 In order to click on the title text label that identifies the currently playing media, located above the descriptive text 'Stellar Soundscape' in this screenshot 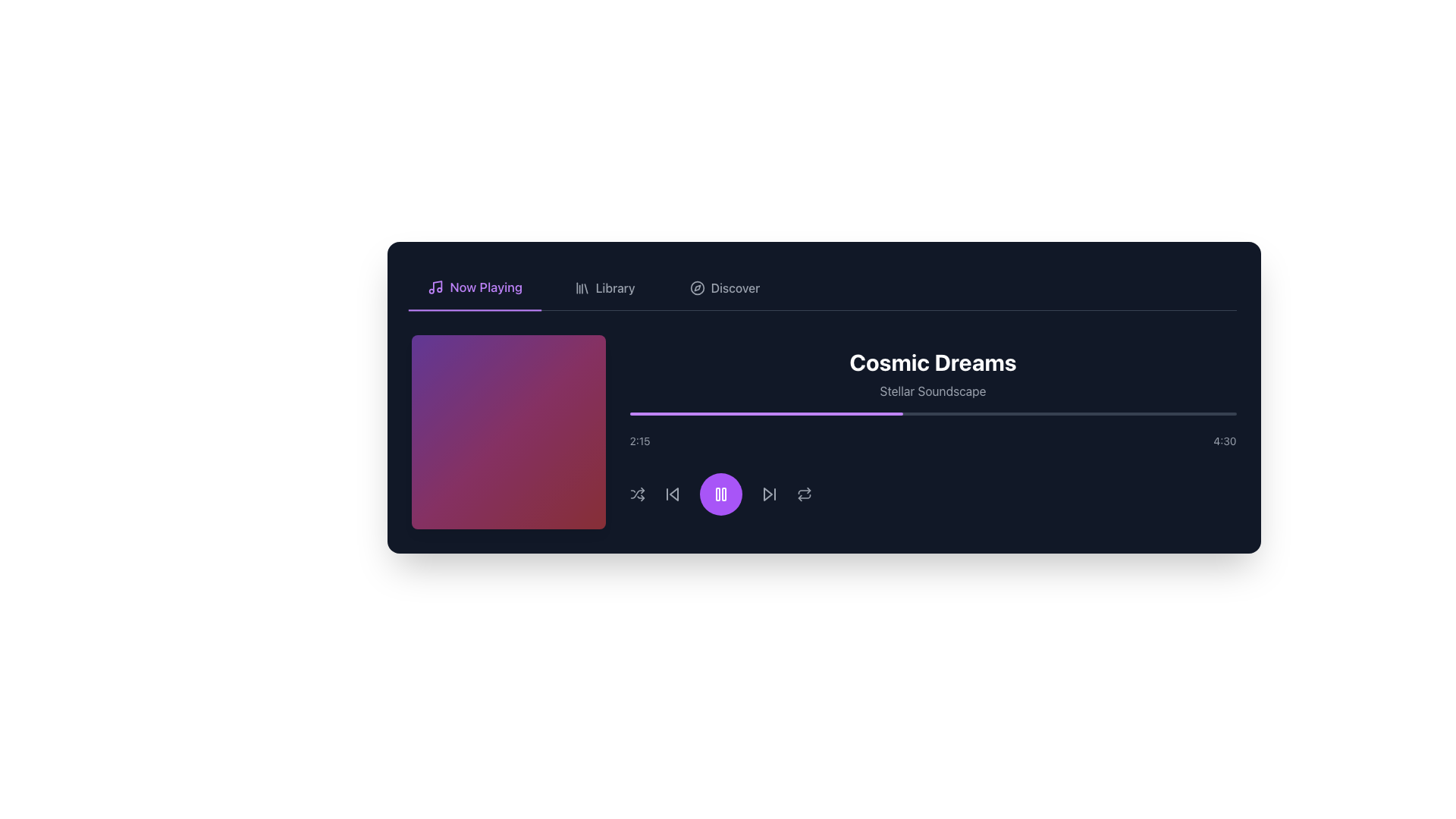, I will do `click(932, 362)`.